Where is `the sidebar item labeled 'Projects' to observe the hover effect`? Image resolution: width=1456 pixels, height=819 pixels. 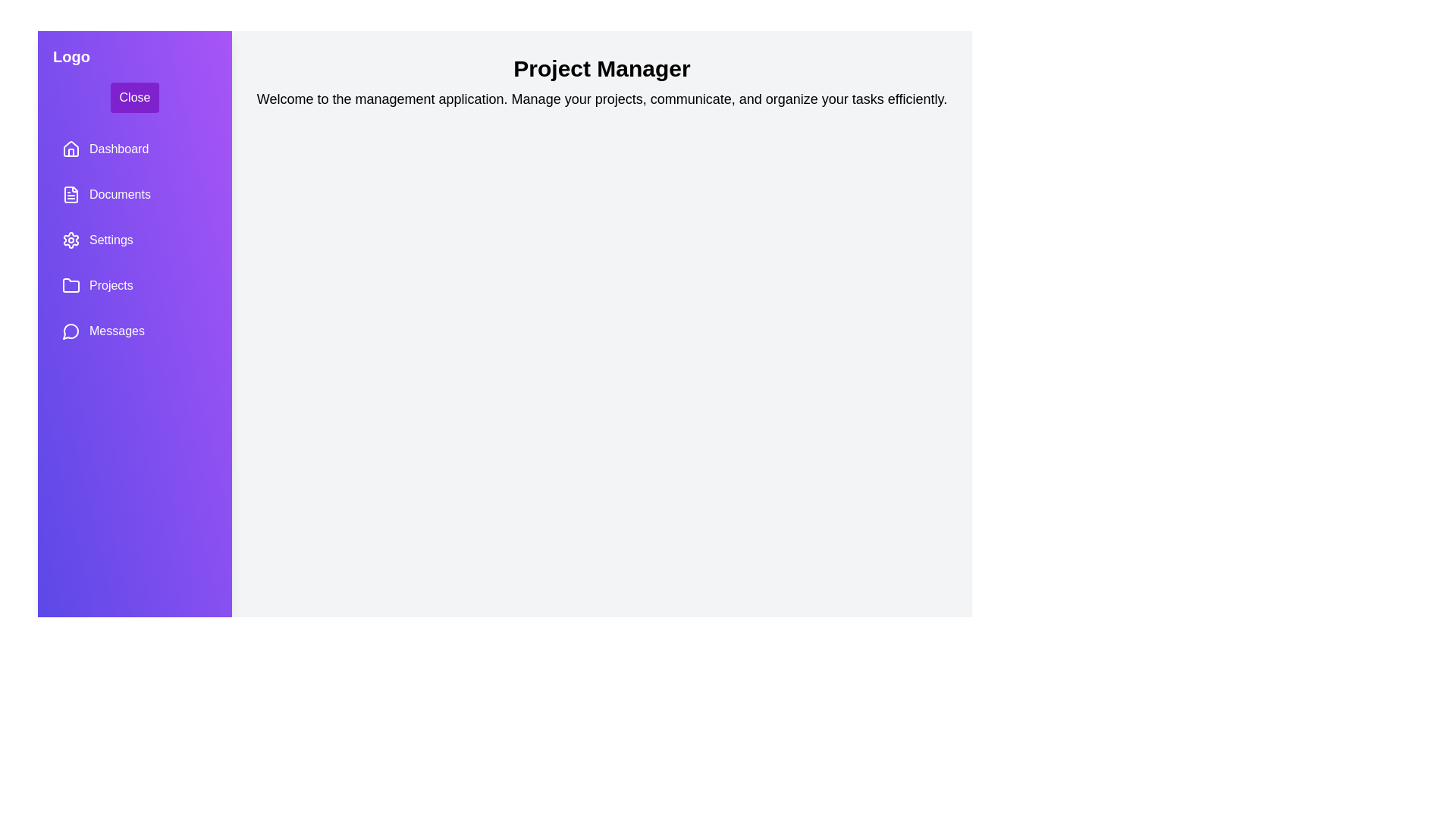 the sidebar item labeled 'Projects' to observe the hover effect is located at coordinates (134, 286).